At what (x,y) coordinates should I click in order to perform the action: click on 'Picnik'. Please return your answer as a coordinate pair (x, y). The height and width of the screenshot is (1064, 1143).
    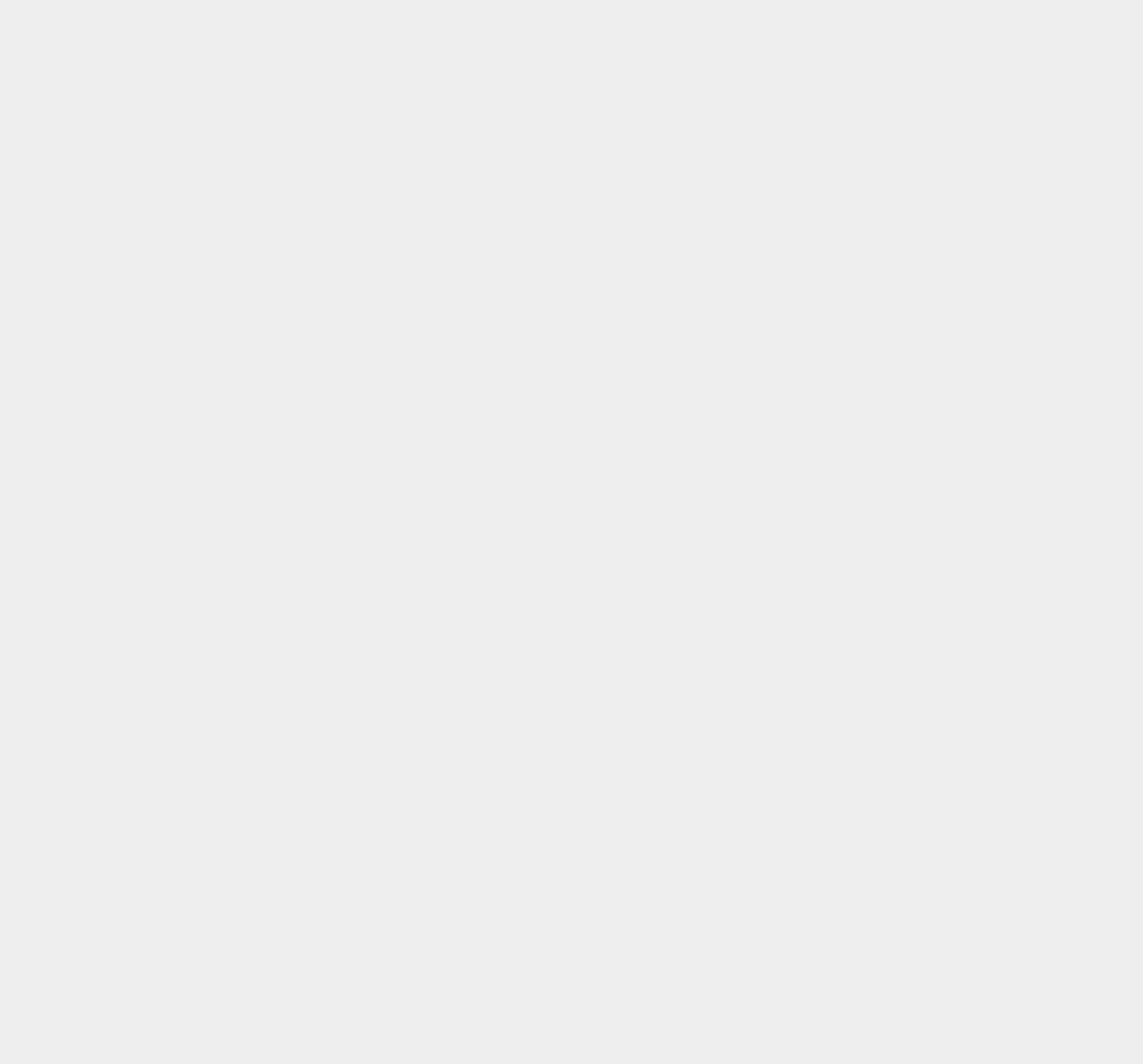
    Looking at the image, I should click on (825, 426).